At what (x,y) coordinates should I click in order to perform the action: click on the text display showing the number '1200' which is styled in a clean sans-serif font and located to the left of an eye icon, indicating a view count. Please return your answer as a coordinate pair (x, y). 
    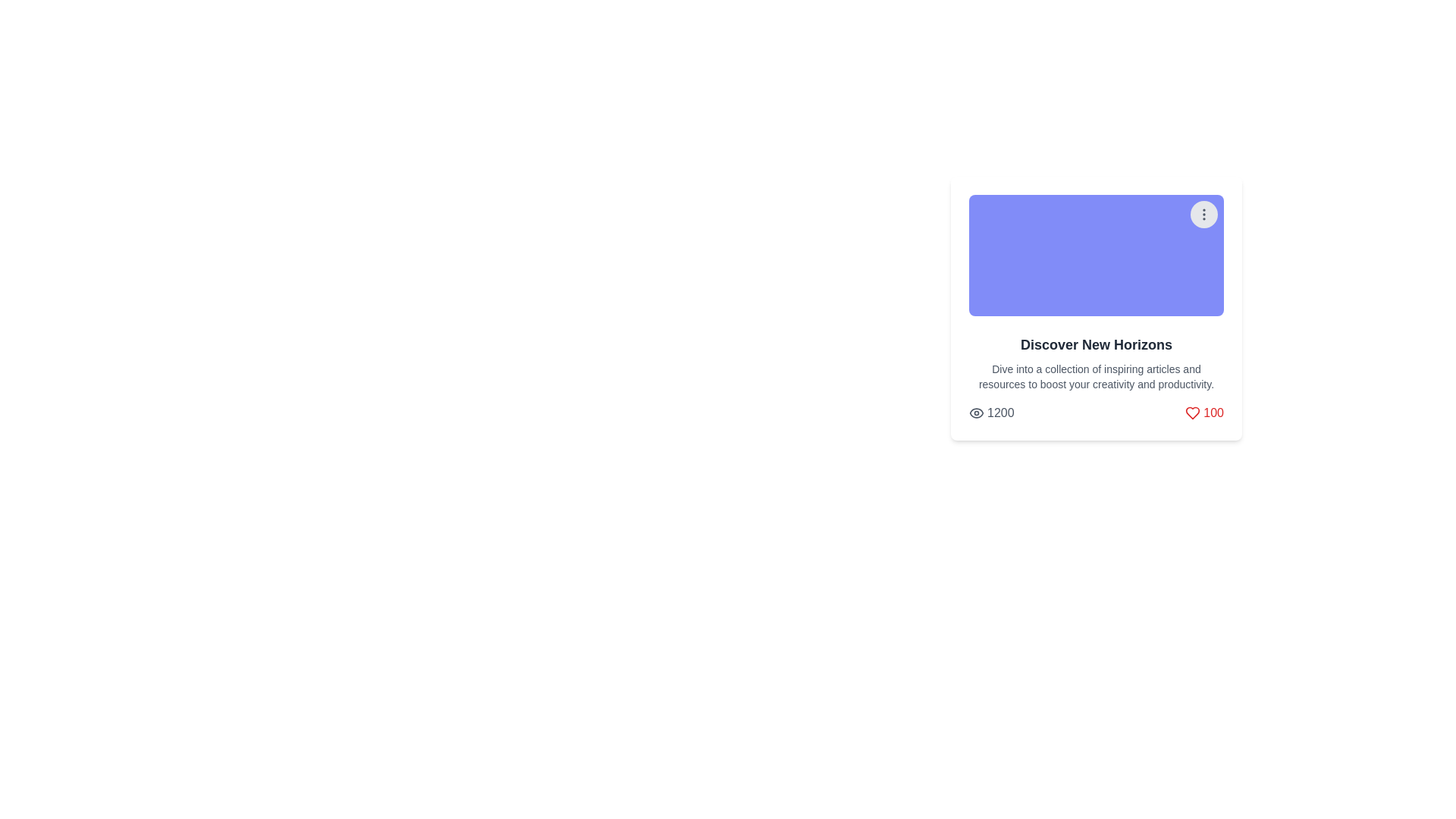
    Looking at the image, I should click on (991, 413).